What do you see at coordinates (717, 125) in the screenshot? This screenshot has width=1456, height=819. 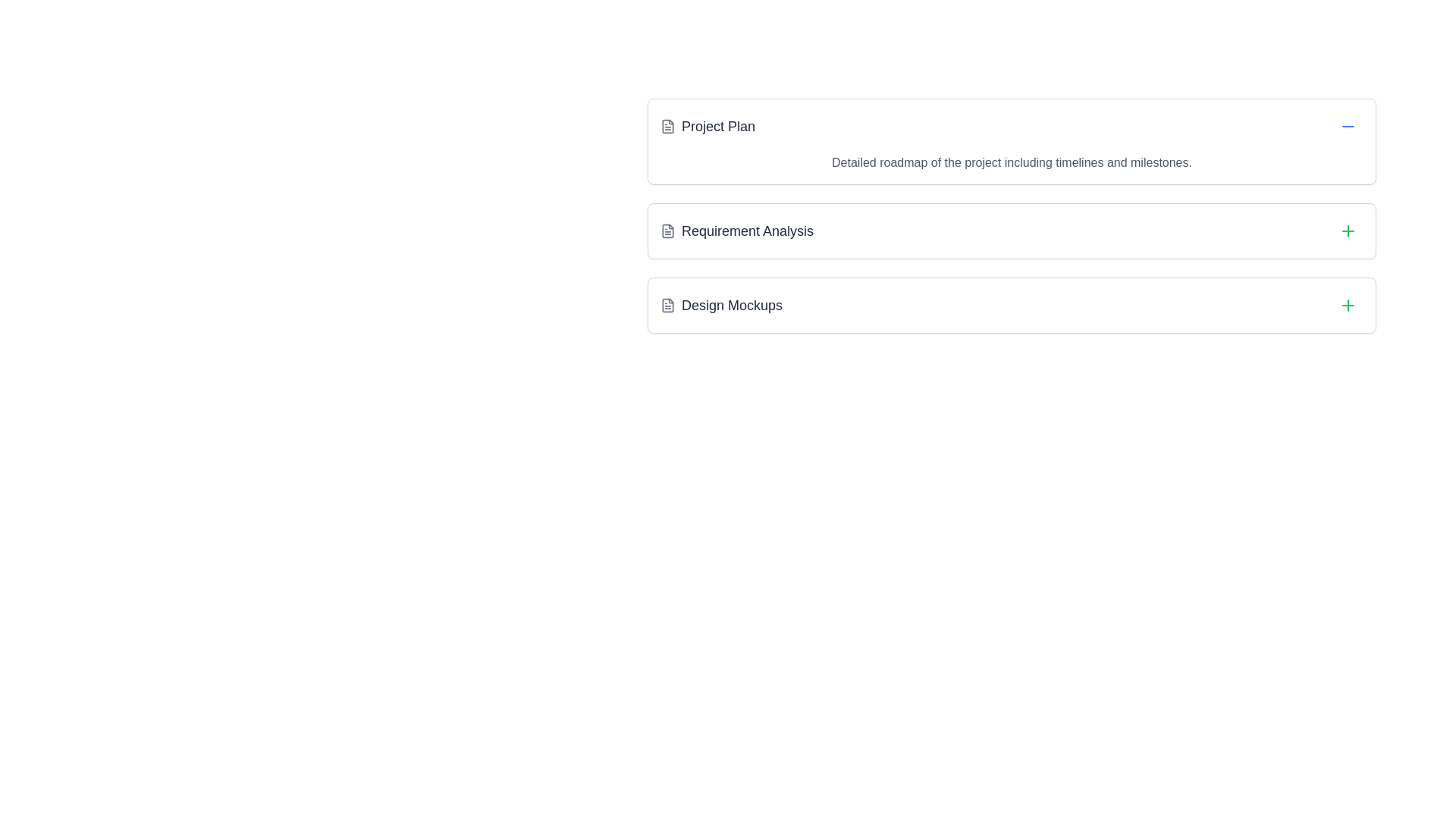 I see `the Text Label that serves as a title for the first item in a segmented list, located in the upper section next to a document icon` at bounding box center [717, 125].